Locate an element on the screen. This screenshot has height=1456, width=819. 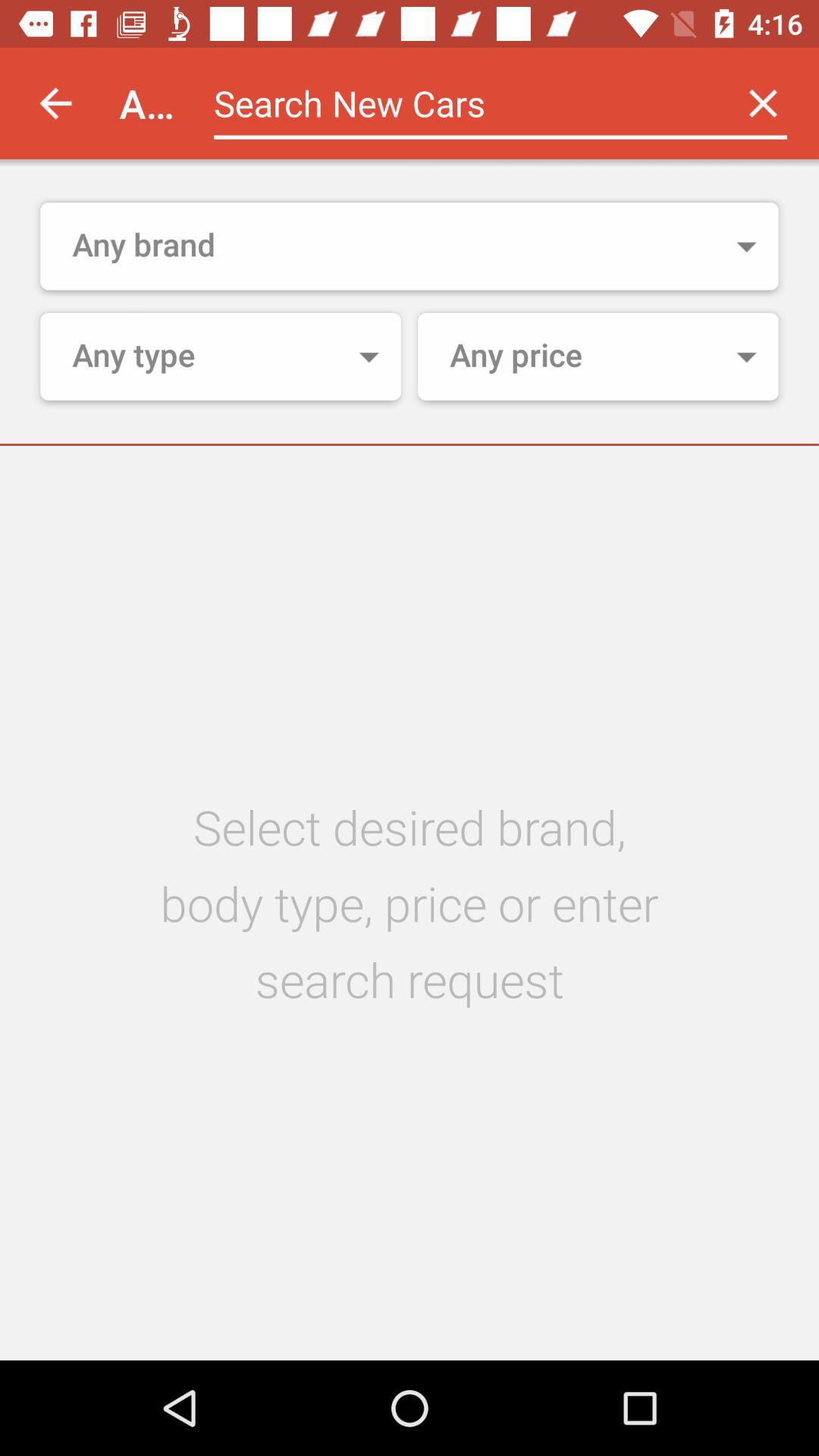
icon to the left of autoportal is located at coordinates (55, 102).